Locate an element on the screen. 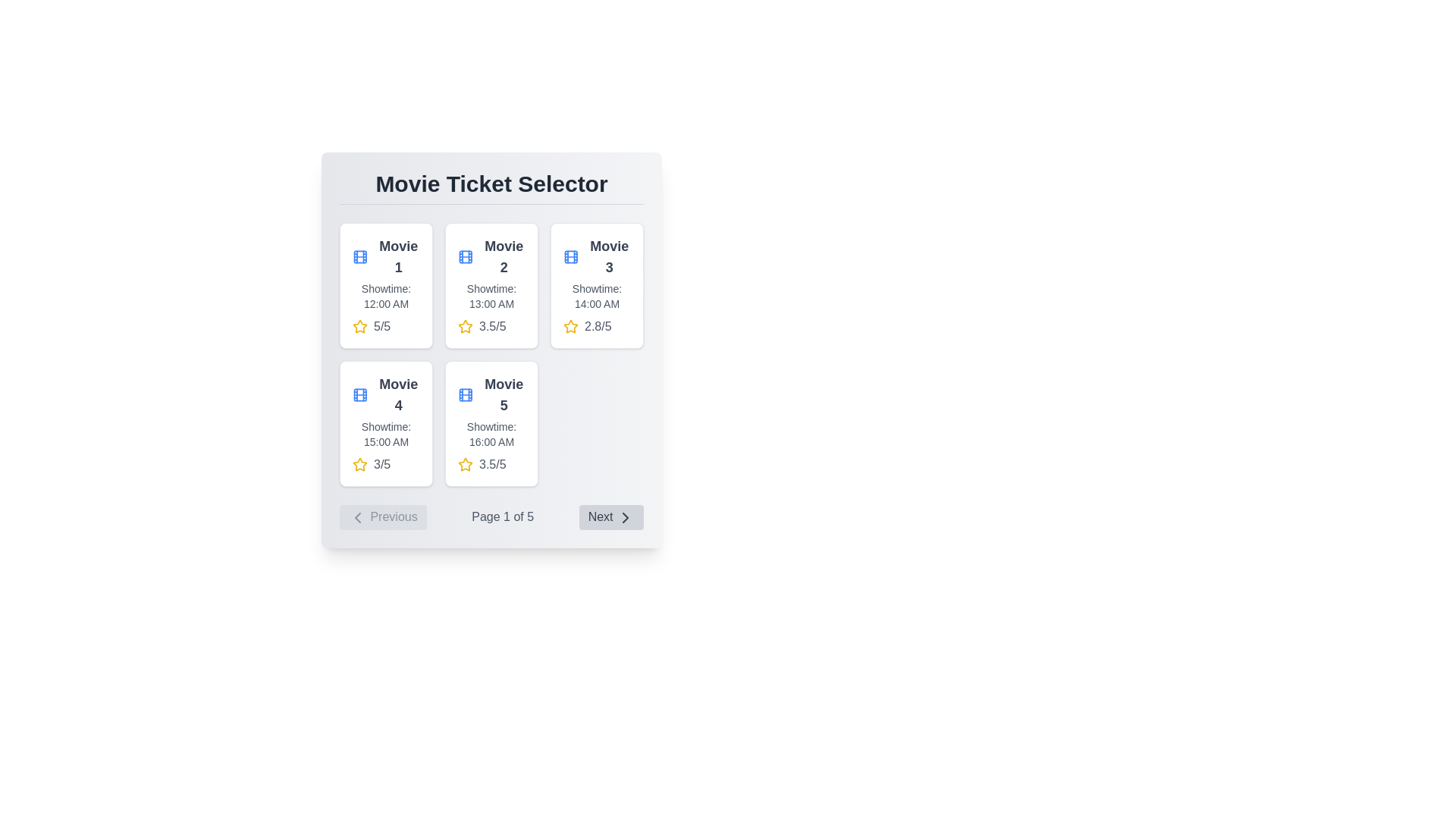 This screenshot has height=819, width=1456. text label '3/5' located in the bottom-left corner of the 'Movie 4' card, next to the yellow star icon is located at coordinates (382, 464).